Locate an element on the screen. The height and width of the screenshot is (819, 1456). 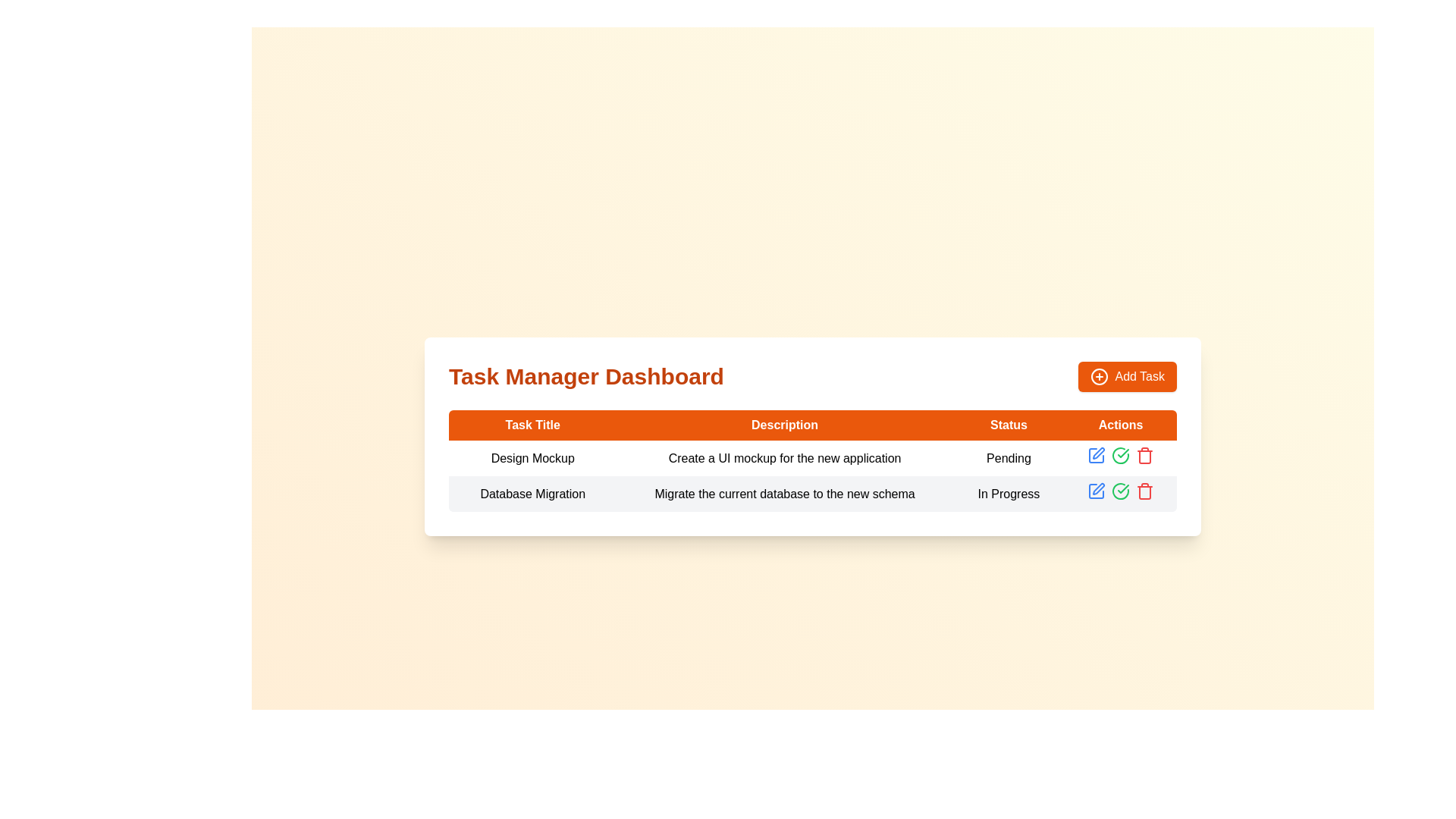
the delete icon corresponding to the 'Database Migration' task in the 'Actions' column is located at coordinates (1145, 455).